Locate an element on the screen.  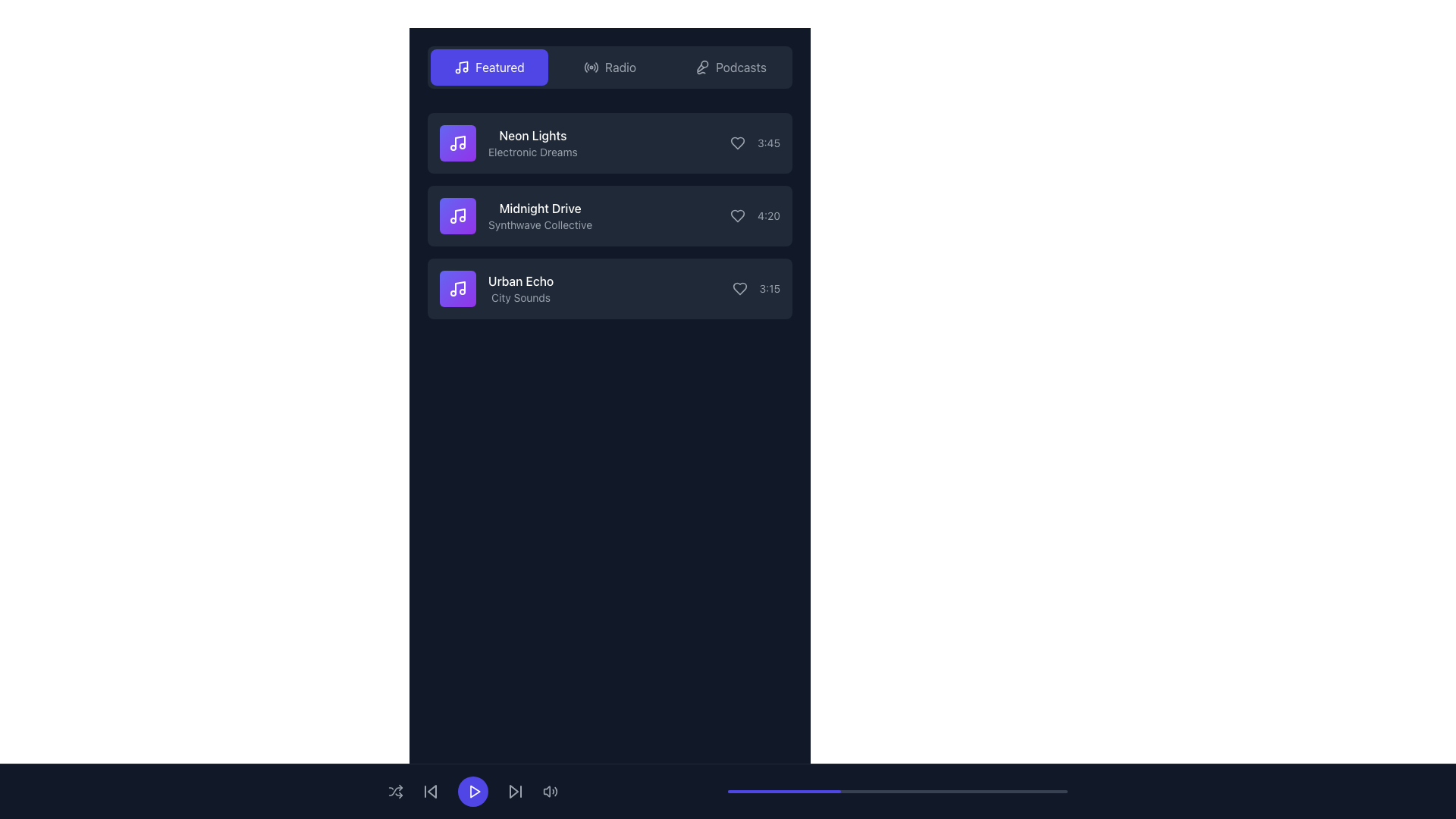
the leftmost square icon with a purple gradient background and a white music note symbol, located next to the text 'Urban Echo' in the playlist section is located at coordinates (457, 289).